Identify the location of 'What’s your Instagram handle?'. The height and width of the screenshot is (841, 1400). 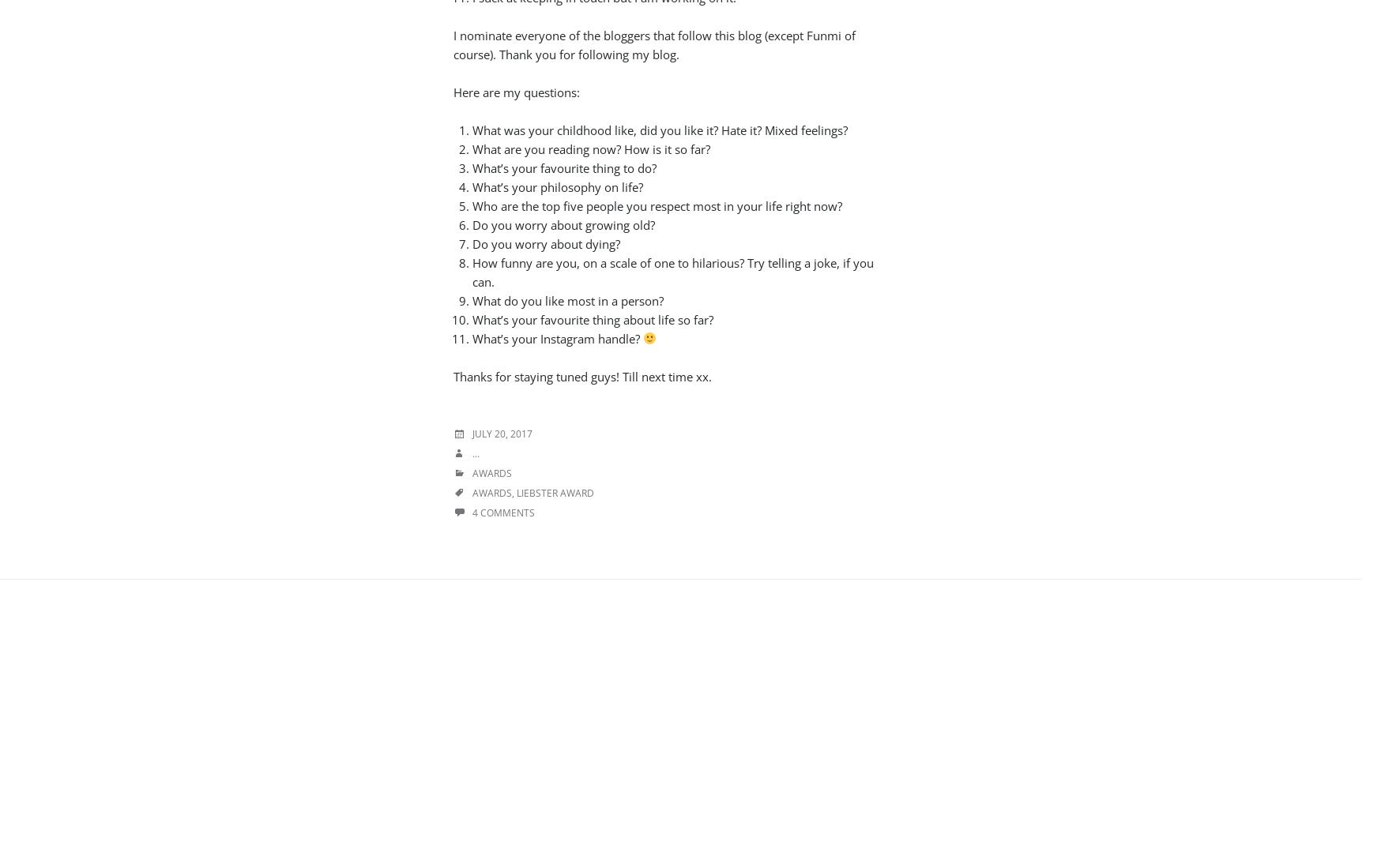
(556, 337).